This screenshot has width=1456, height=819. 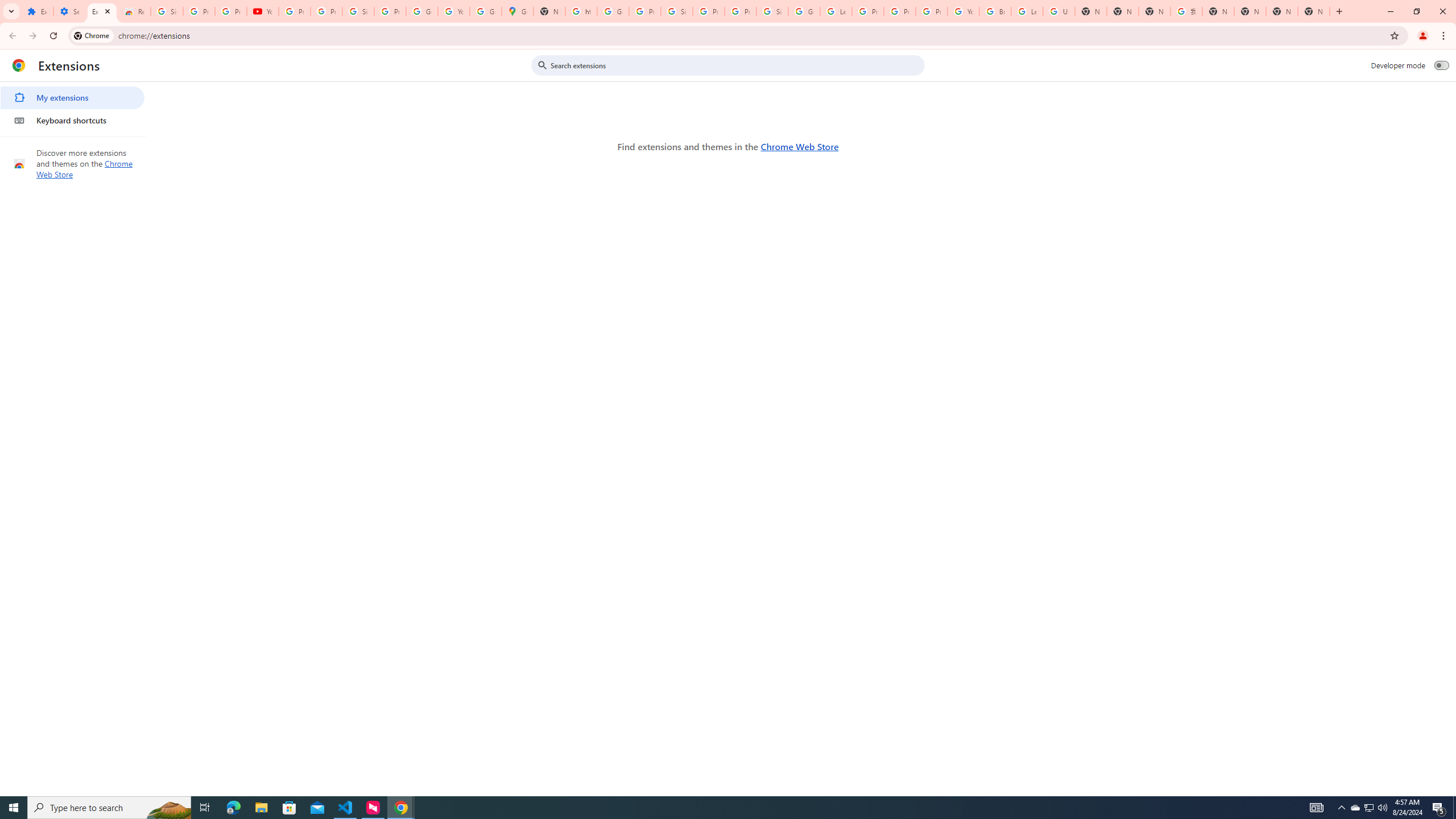 I want to click on 'Privacy Help Center - Policies Help', so click(x=868, y=11).